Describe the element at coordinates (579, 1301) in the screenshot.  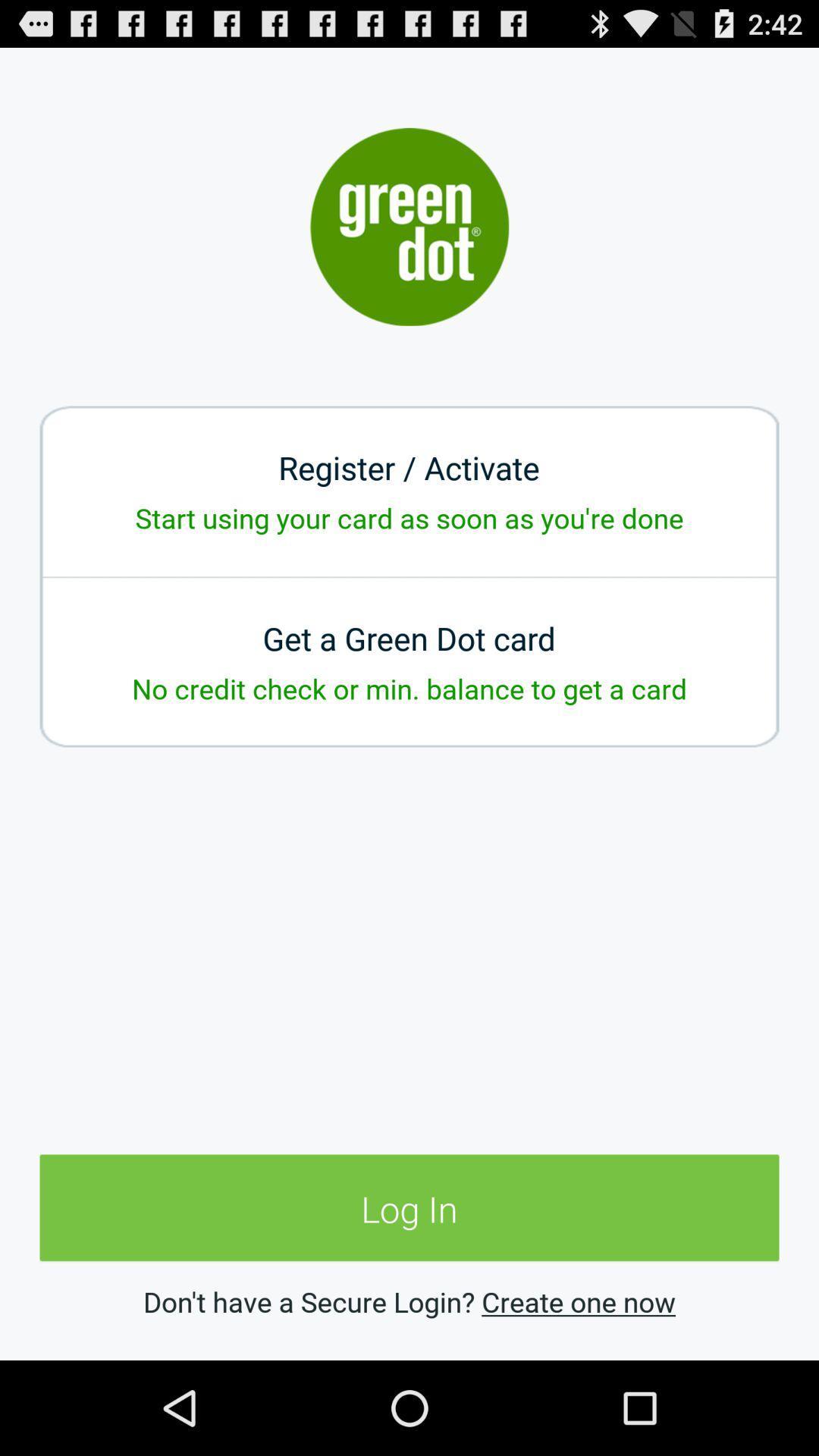
I see `create one now` at that location.